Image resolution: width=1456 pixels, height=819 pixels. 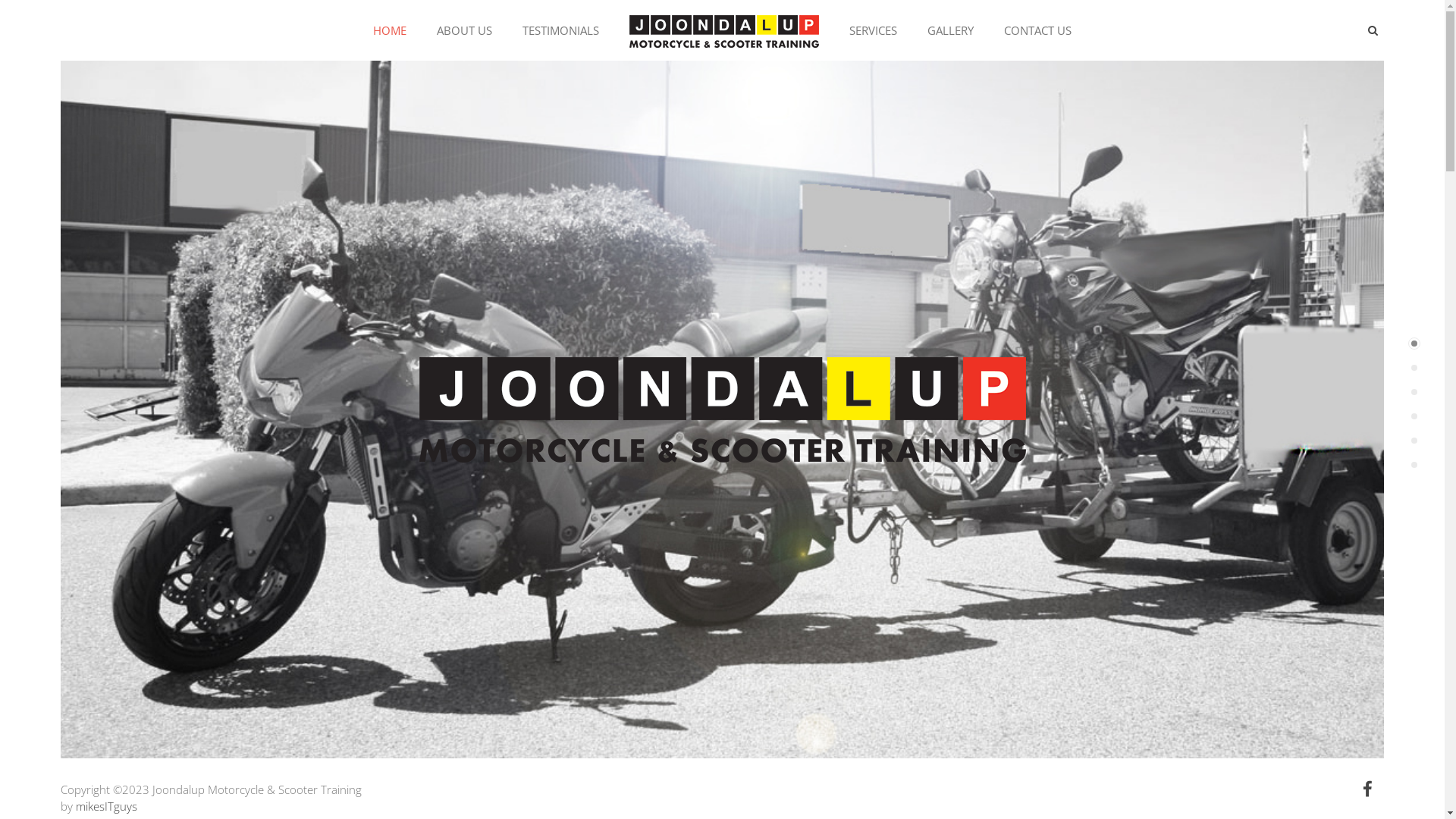 What do you see at coordinates (949, 30) in the screenshot?
I see `'GALLERY'` at bounding box center [949, 30].